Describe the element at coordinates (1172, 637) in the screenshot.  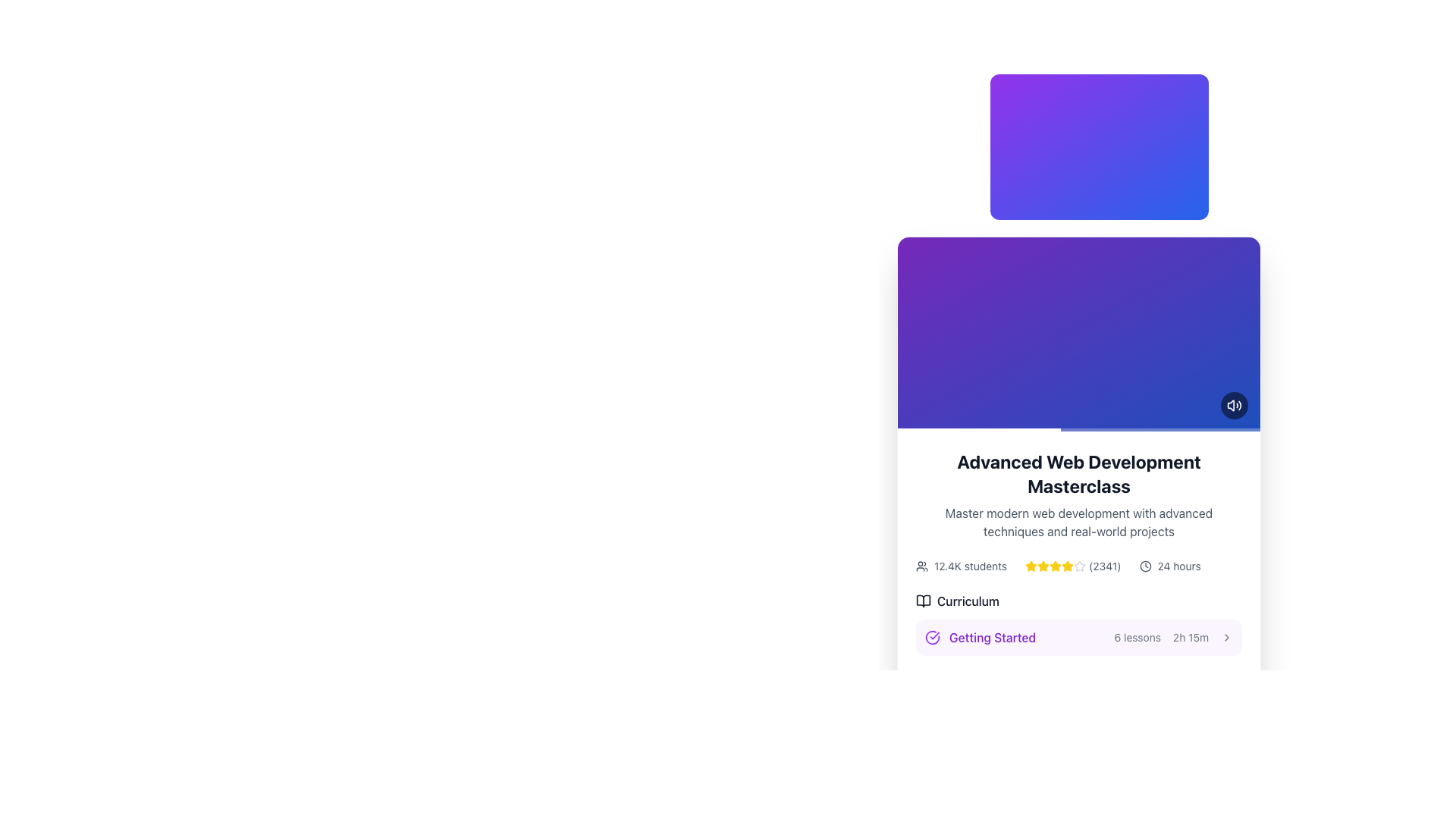
I see `the Text information display summarizing the 'Getting Started' section, which details the number of lessons and total duration, located to the right of the purple box labeled 'Getting Started'` at that location.